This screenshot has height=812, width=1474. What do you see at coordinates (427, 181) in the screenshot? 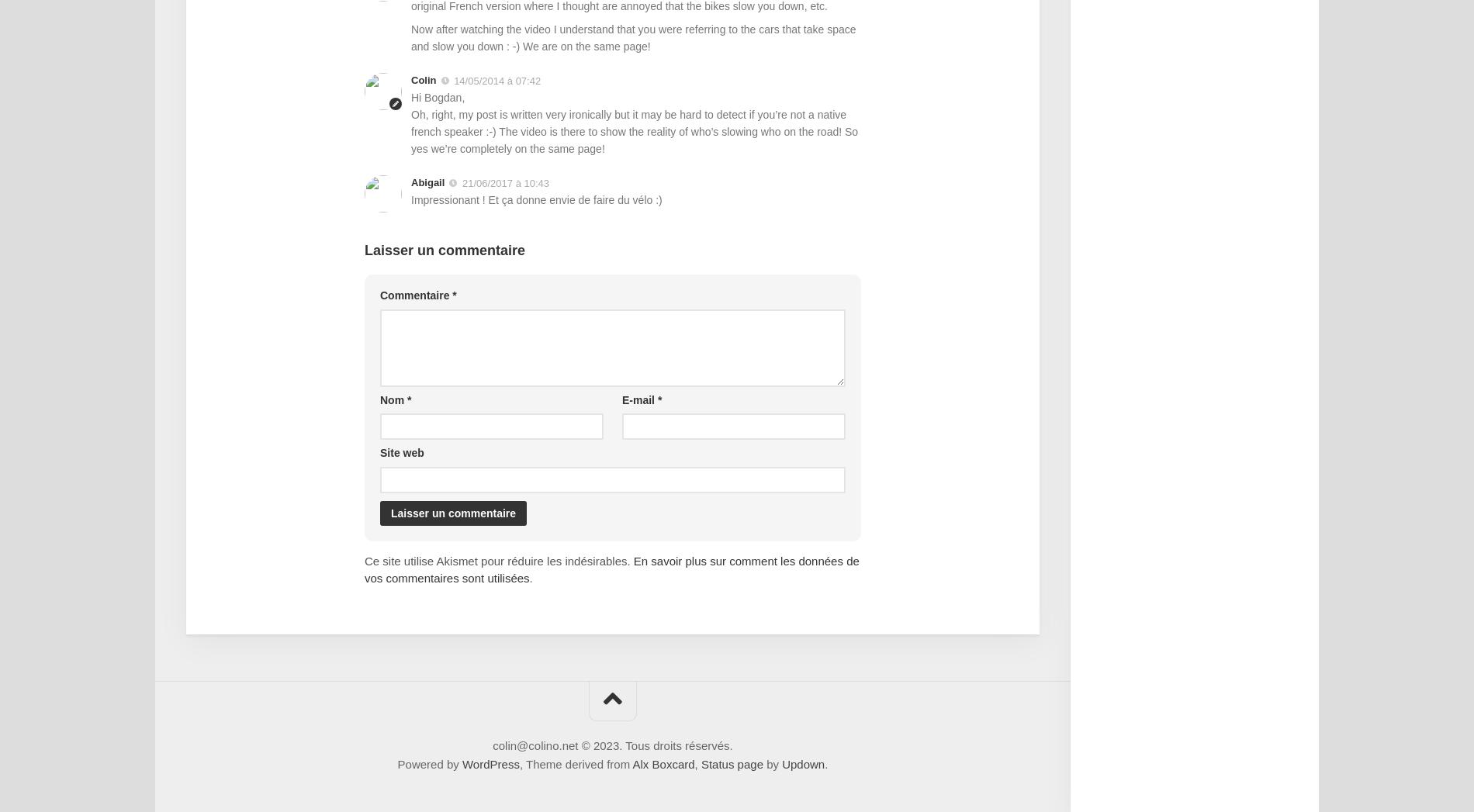
I see `'Abigail'` at bounding box center [427, 181].